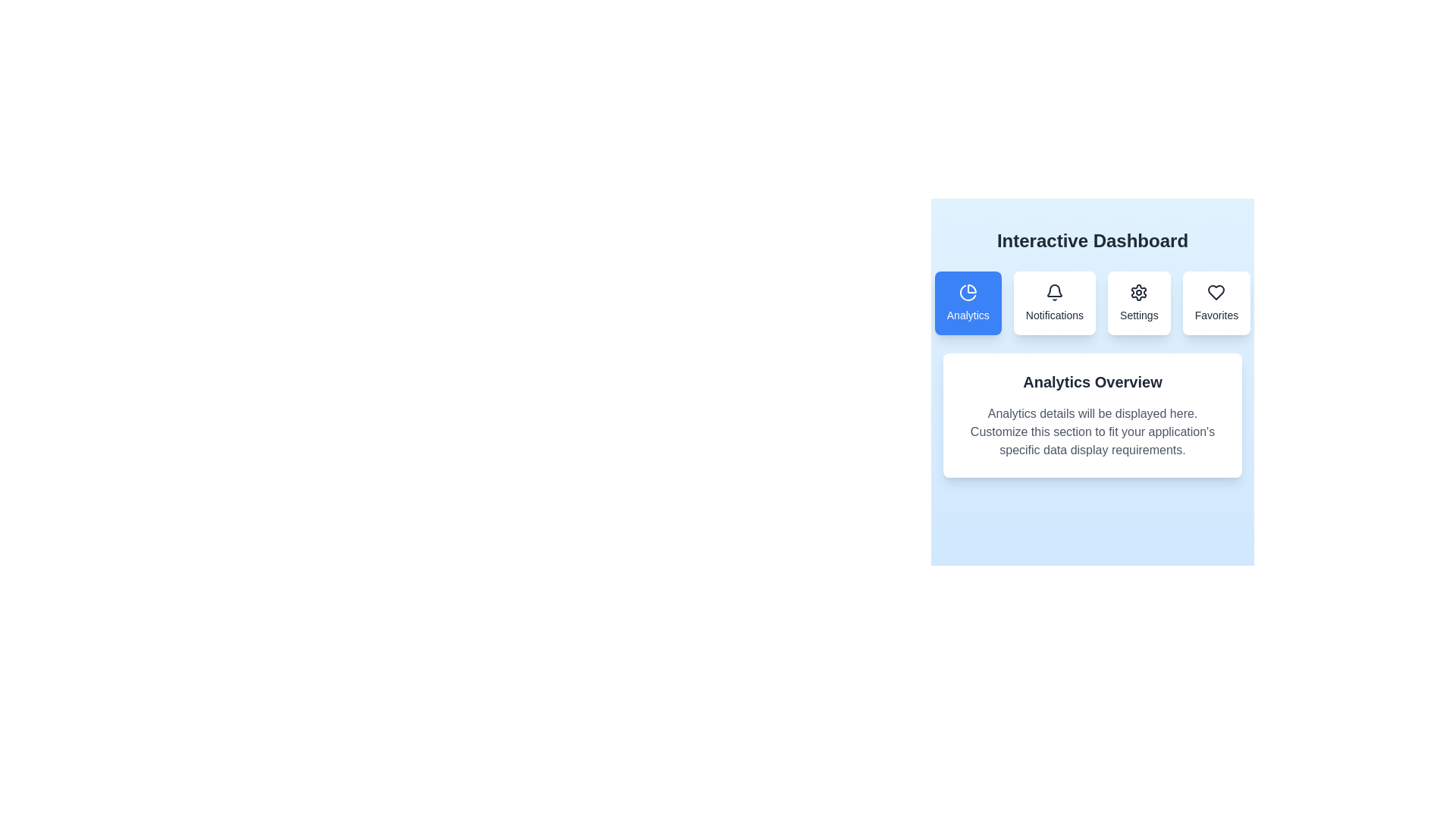 The width and height of the screenshot is (1456, 819). I want to click on the gear icon representing settings, located at the center-top of the 'Settings' button in the Interactive Dashboard interface, so click(1139, 292).